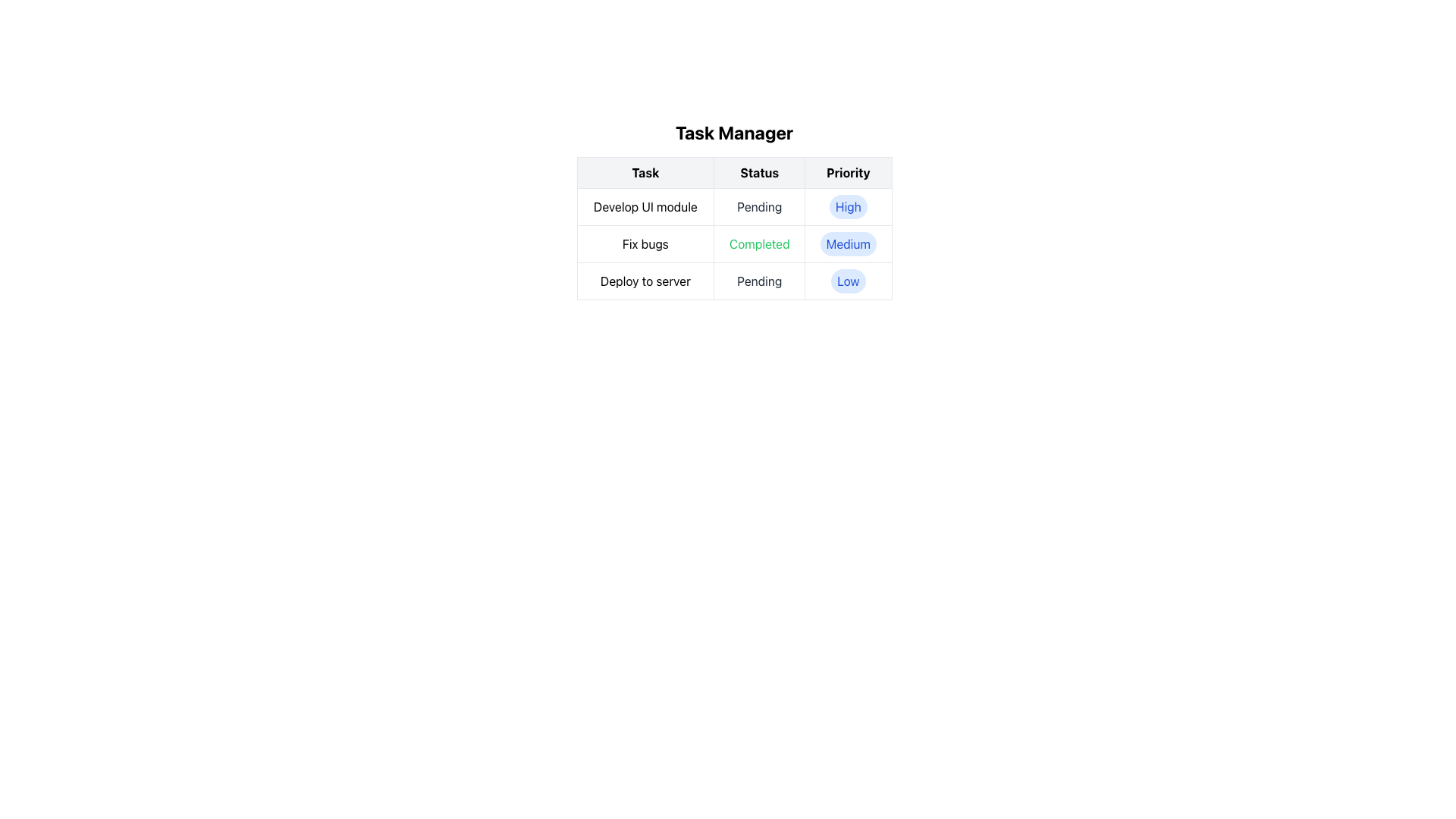 This screenshot has width=1456, height=819. Describe the element at coordinates (759, 207) in the screenshot. I see `the status indicator text label for the task 'Develop UI module' in the 'Task Manager' table, located in the second row and second column` at that location.